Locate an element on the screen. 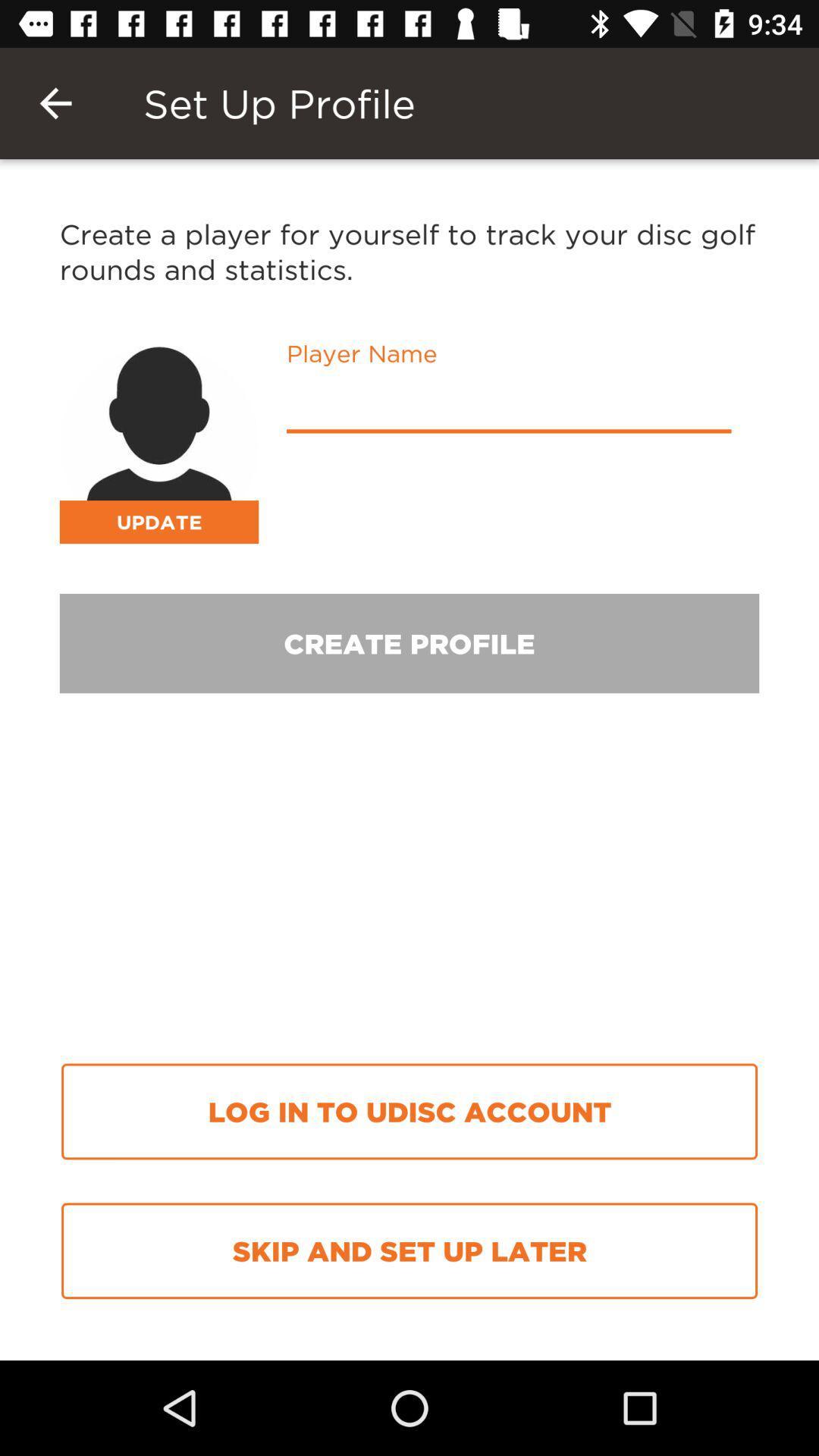 The width and height of the screenshot is (819, 1456). profile picture is located at coordinates (158, 443).